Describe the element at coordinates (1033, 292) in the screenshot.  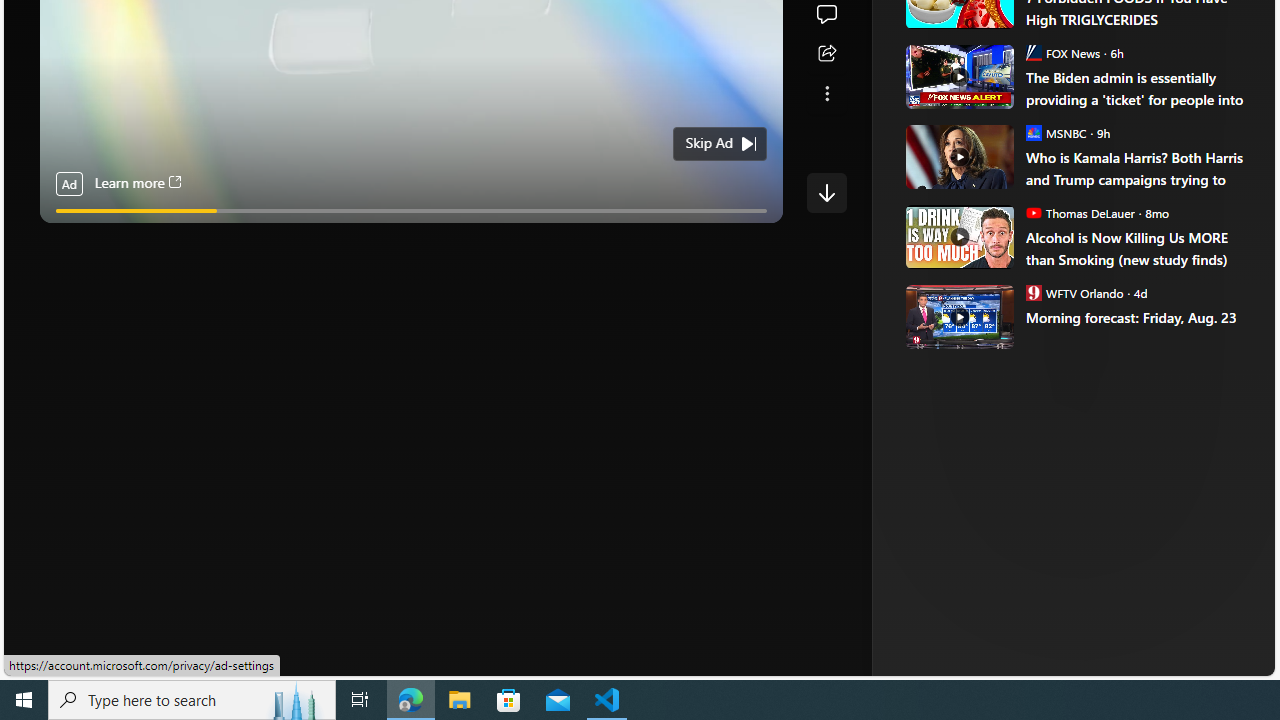
I see `'WFTV Orlando'` at that location.